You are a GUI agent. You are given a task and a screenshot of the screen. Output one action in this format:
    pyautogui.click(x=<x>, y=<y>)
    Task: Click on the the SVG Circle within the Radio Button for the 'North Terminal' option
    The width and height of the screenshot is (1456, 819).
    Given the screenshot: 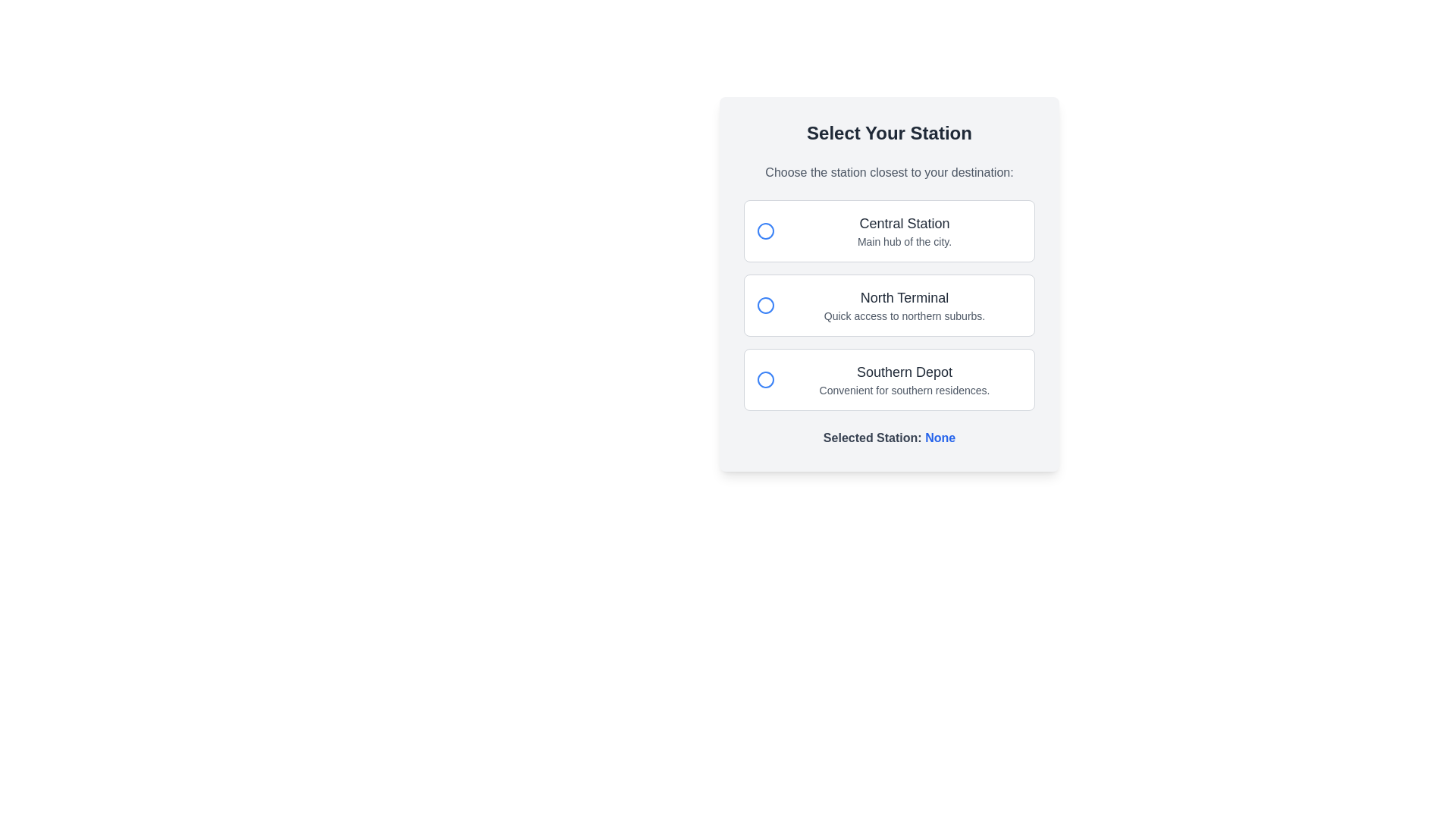 What is the action you would take?
    pyautogui.click(x=765, y=305)
    